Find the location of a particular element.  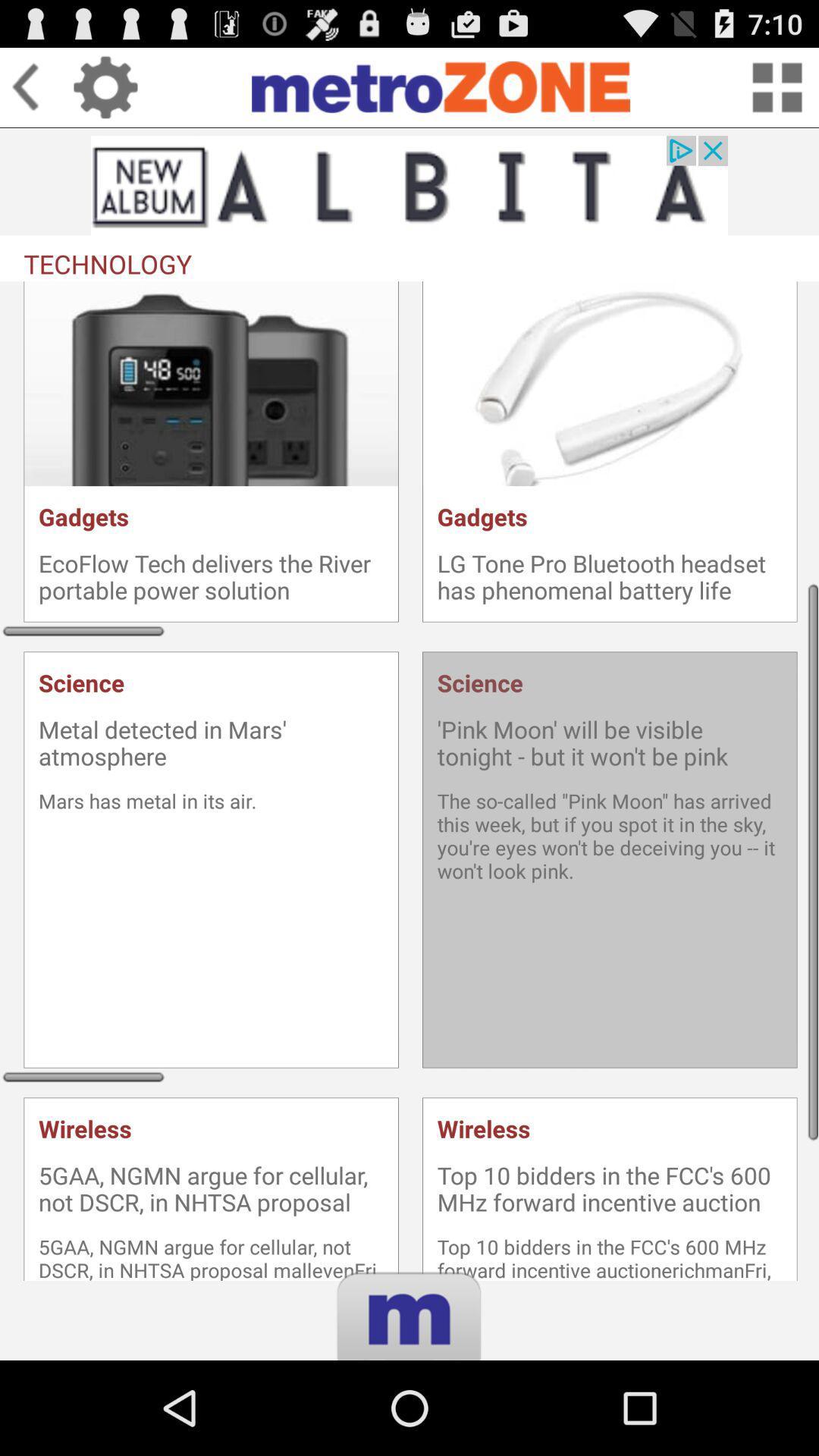

the dashboard icon is located at coordinates (777, 93).